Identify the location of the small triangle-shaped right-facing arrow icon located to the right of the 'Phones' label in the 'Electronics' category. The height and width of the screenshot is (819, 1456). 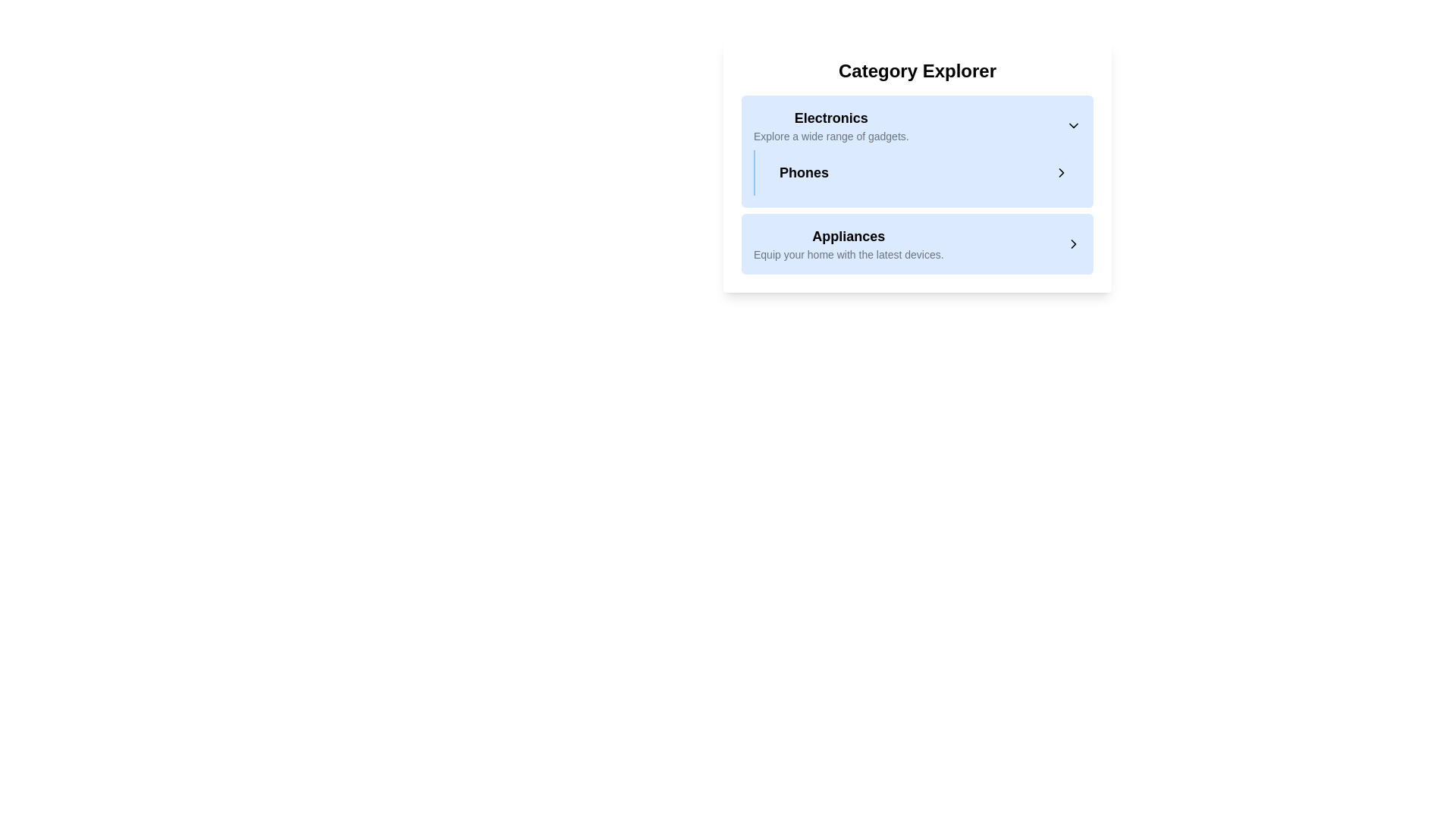
(1061, 171).